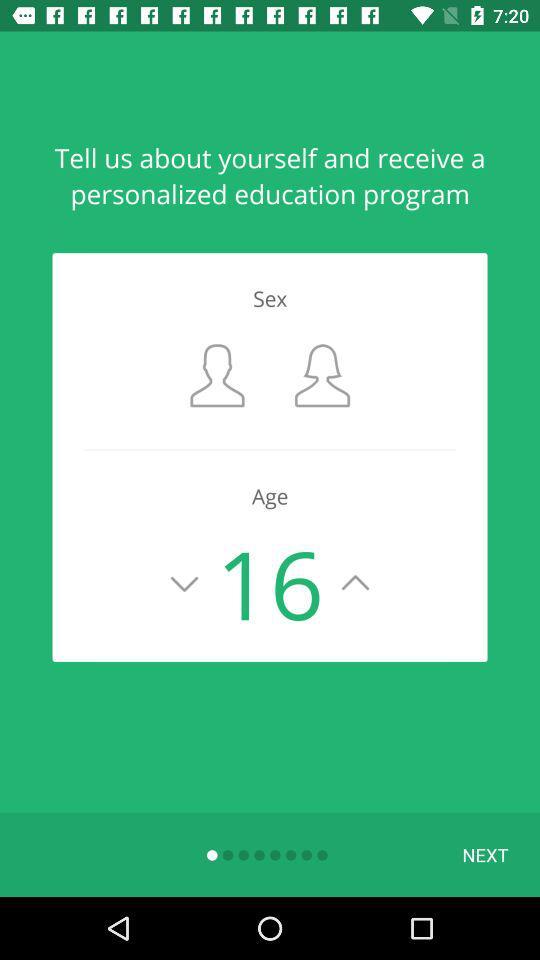  What do you see at coordinates (484, 853) in the screenshot?
I see `the item at the bottom right corner` at bounding box center [484, 853].